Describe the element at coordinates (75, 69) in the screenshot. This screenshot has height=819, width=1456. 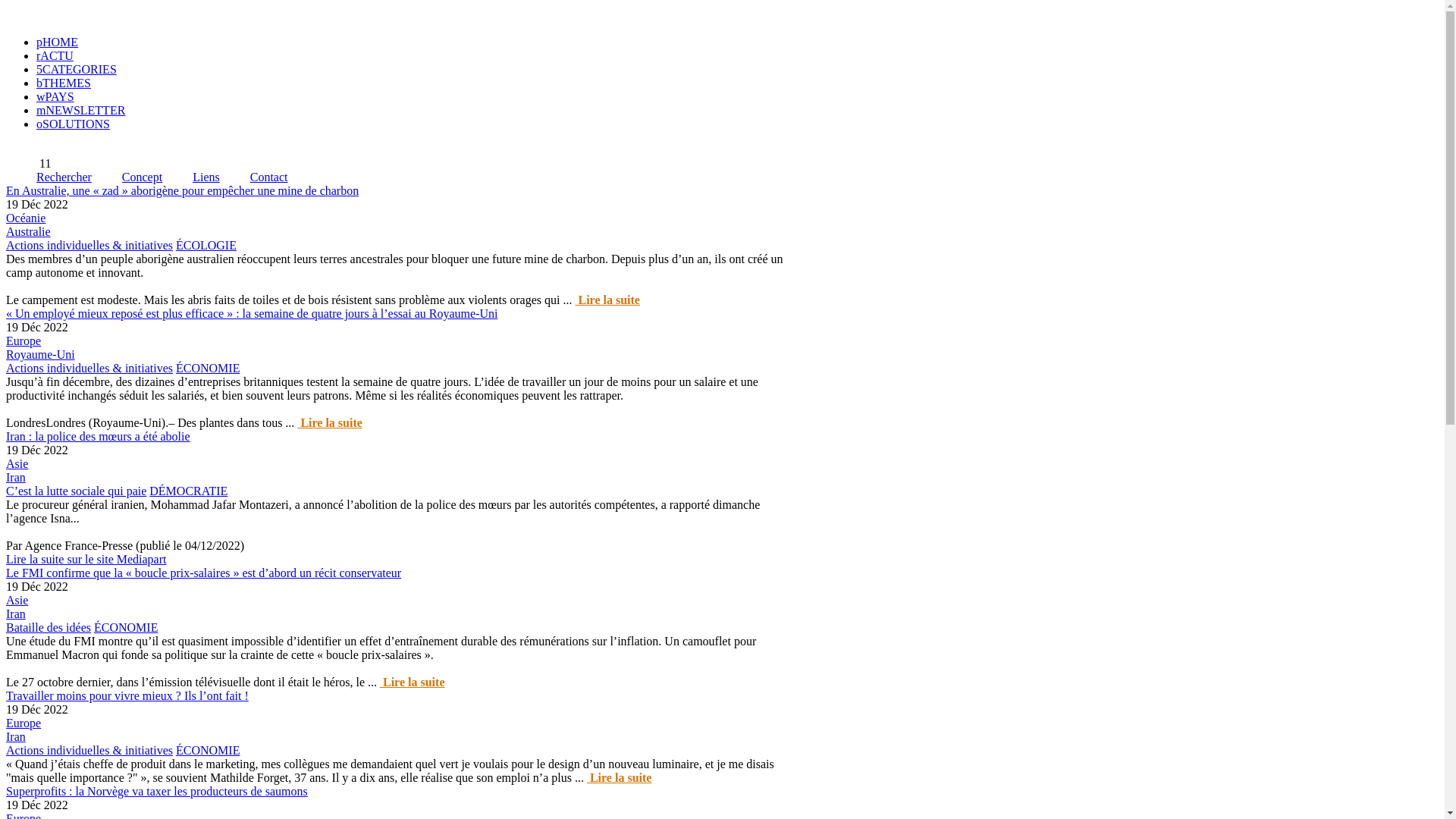
I see `'5CATEGORIES'` at that location.